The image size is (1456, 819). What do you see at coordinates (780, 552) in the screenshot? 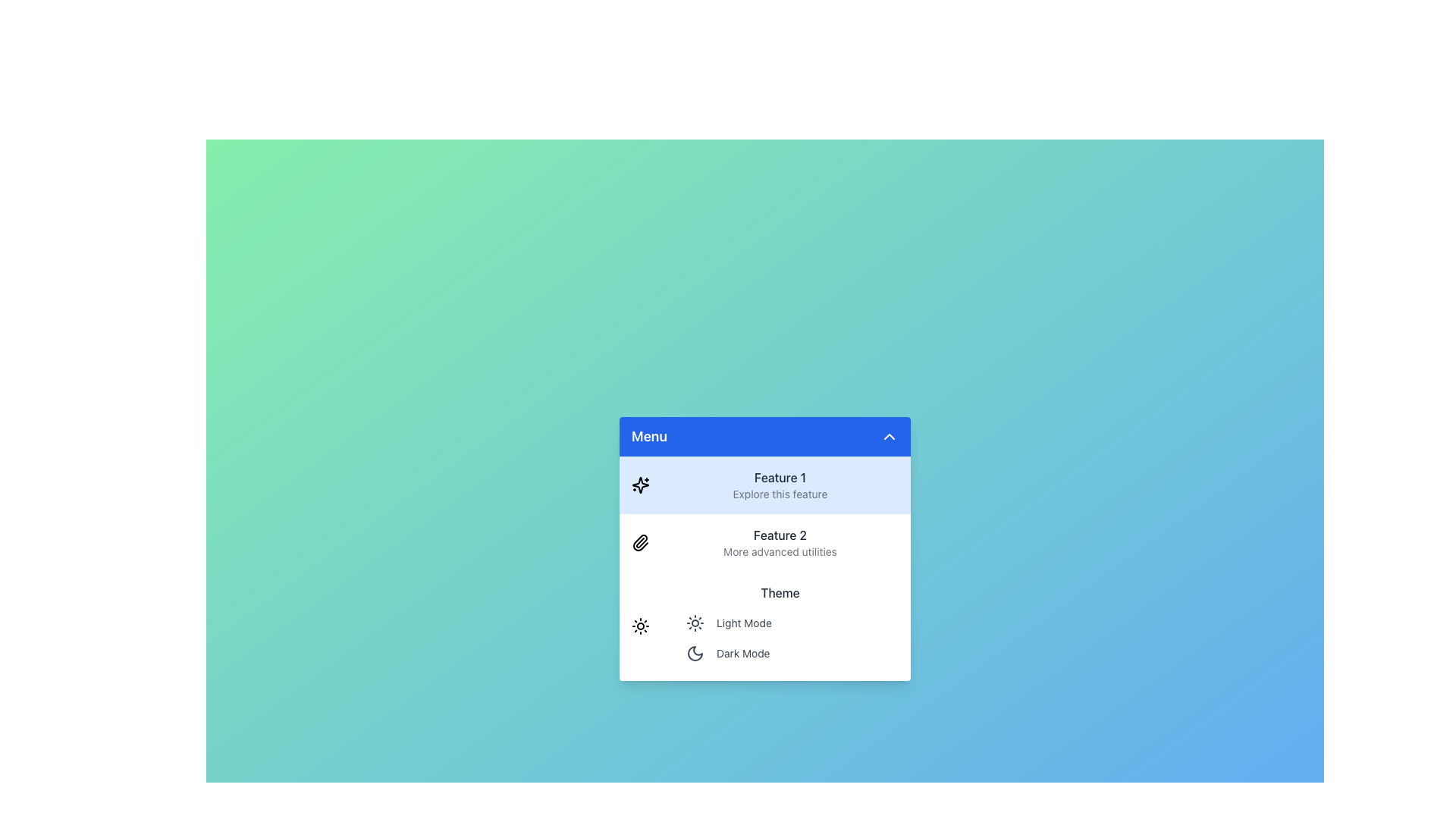
I see `the Text Label positioned below 'Feature 2' in the dropdown menu layout, which serves as descriptive text for the main feature` at bounding box center [780, 552].